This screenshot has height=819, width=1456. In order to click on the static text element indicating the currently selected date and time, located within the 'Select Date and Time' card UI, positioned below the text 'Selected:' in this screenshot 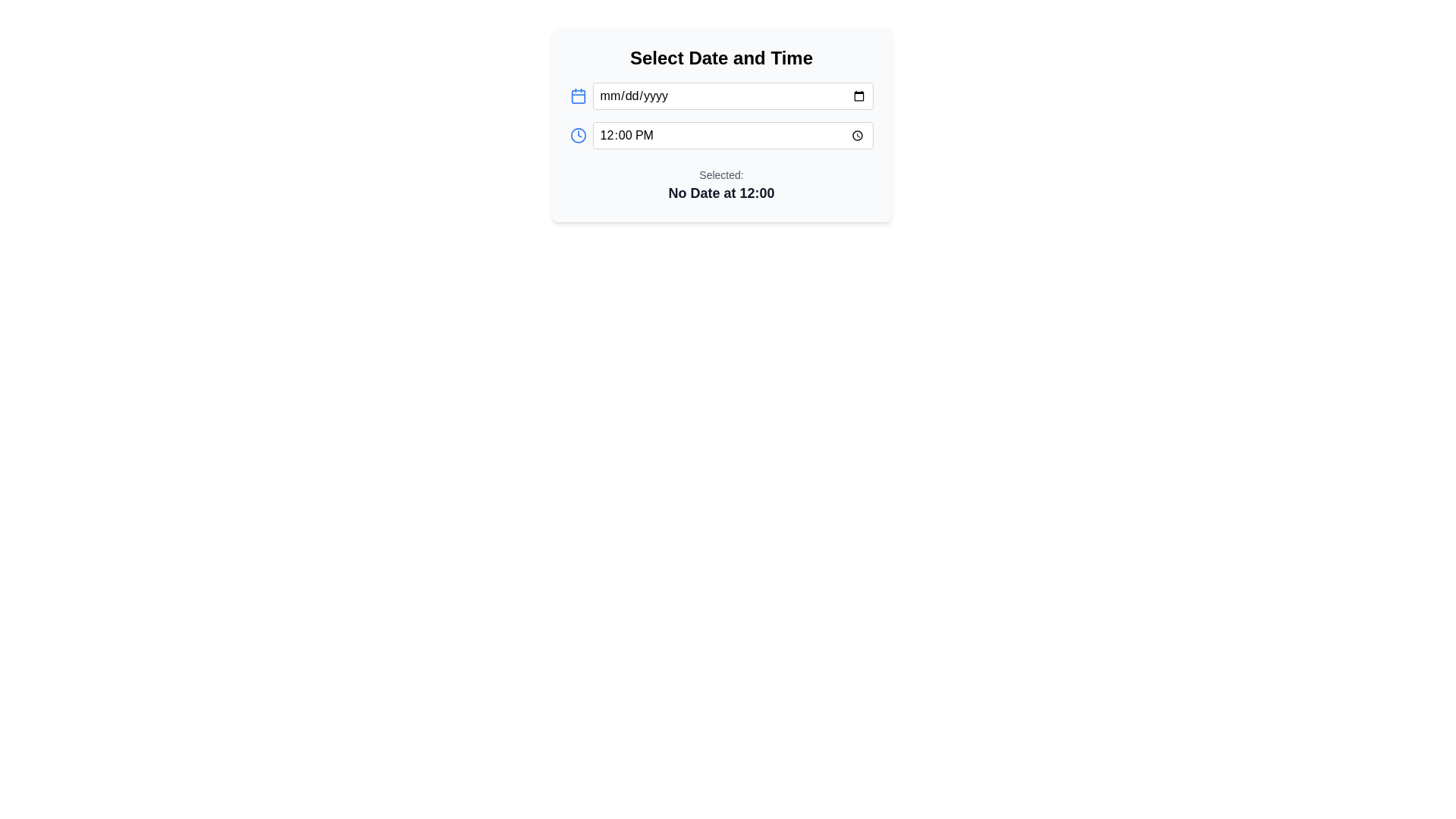, I will do `click(720, 192)`.